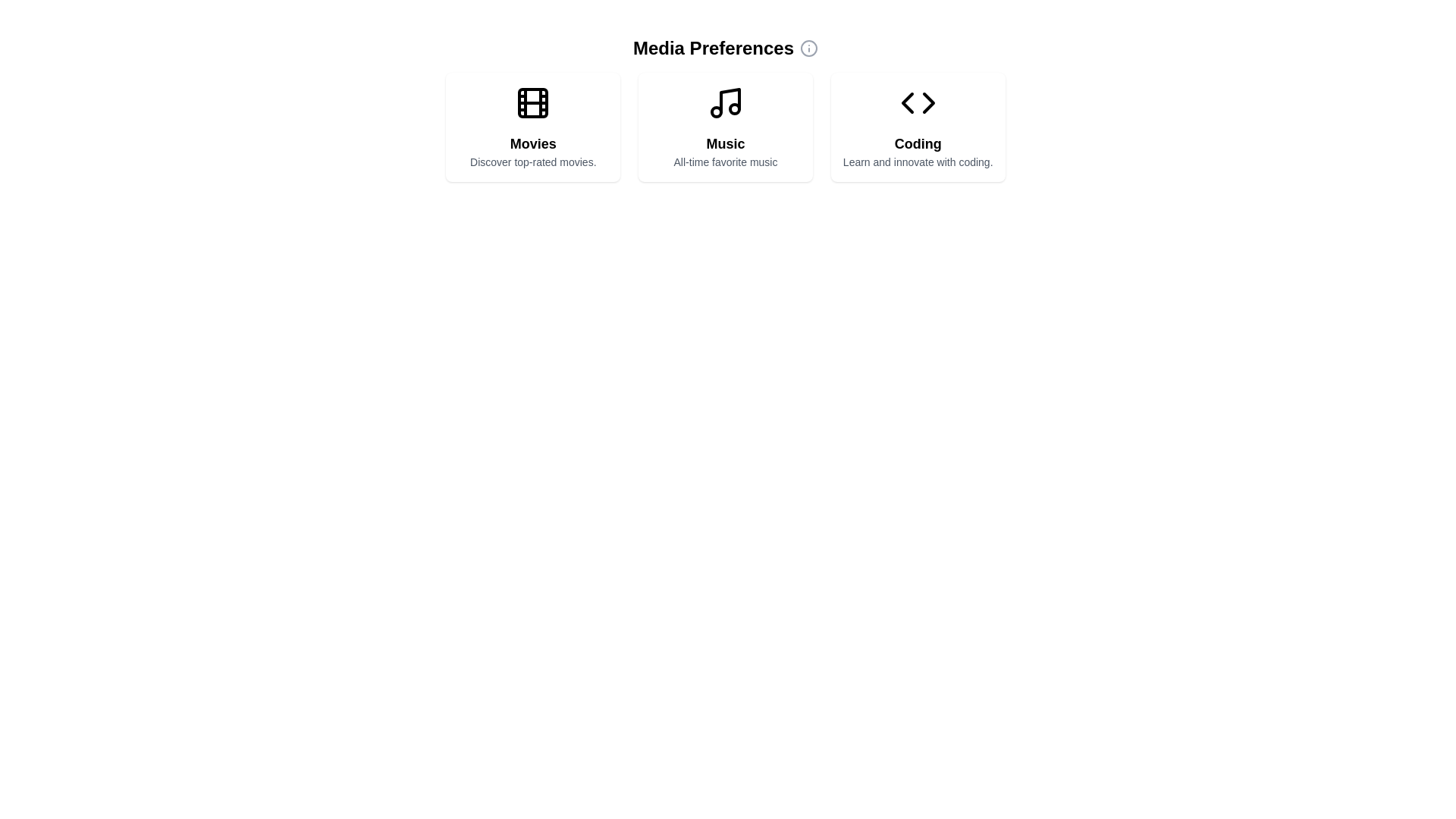 The height and width of the screenshot is (819, 1456). What do you see at coordinates (808, 48) in the screenshot?
I see `the circular information icon located to the right of the 'Media Preferences' text` at bounding box center [808, 48].